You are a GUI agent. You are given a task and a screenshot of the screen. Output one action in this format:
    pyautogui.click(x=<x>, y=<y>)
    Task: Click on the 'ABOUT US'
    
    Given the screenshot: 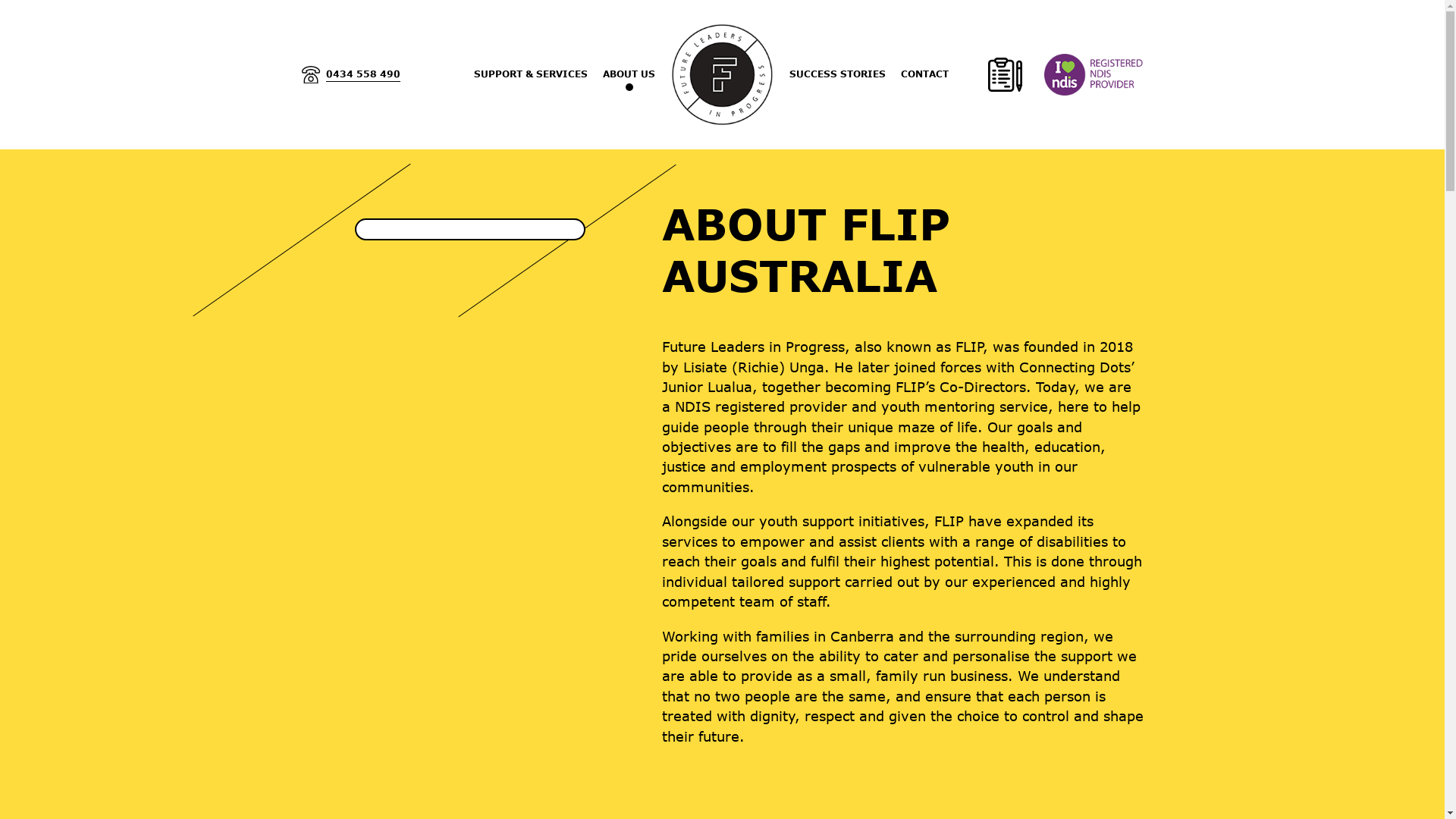 What is the action you would take?
    pyautogui.click(x=629, y=74)
    